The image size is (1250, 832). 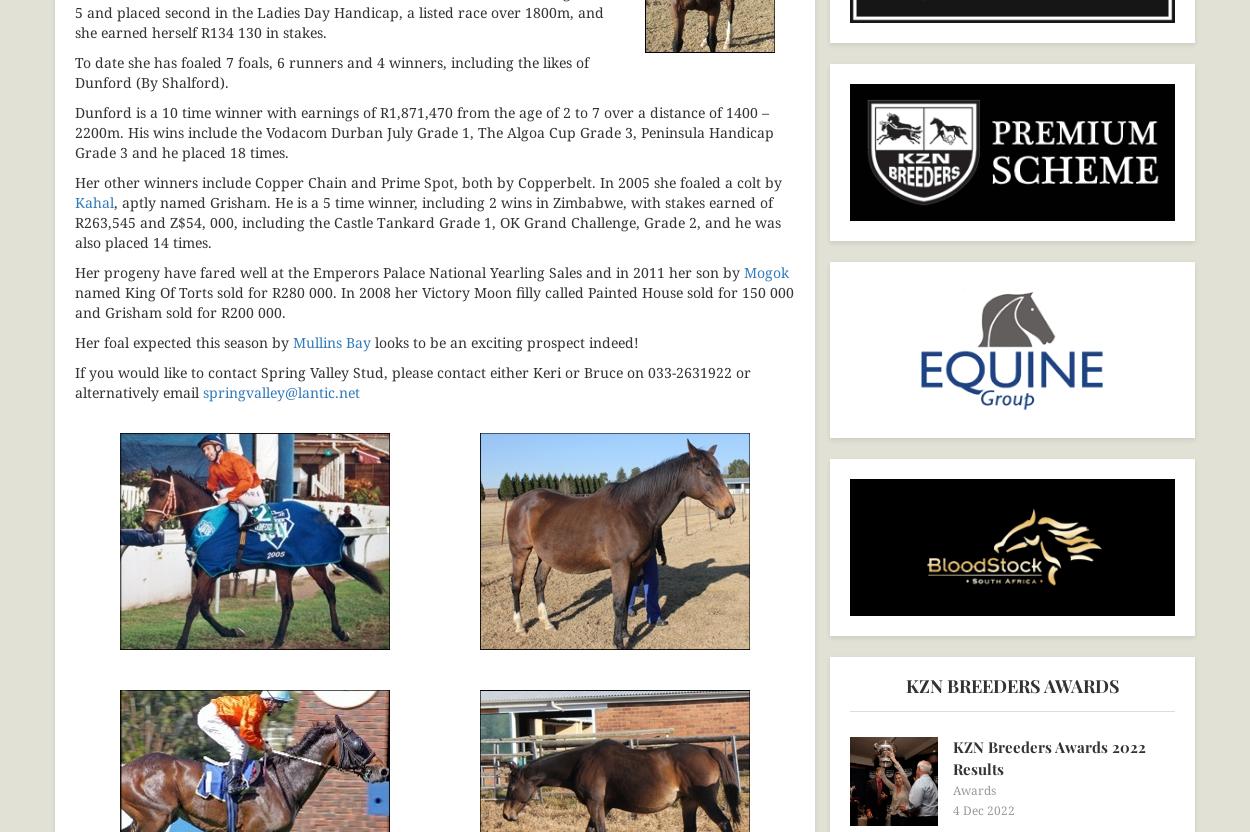 I want to click on 'Kahal', so click(x=74, y=200).